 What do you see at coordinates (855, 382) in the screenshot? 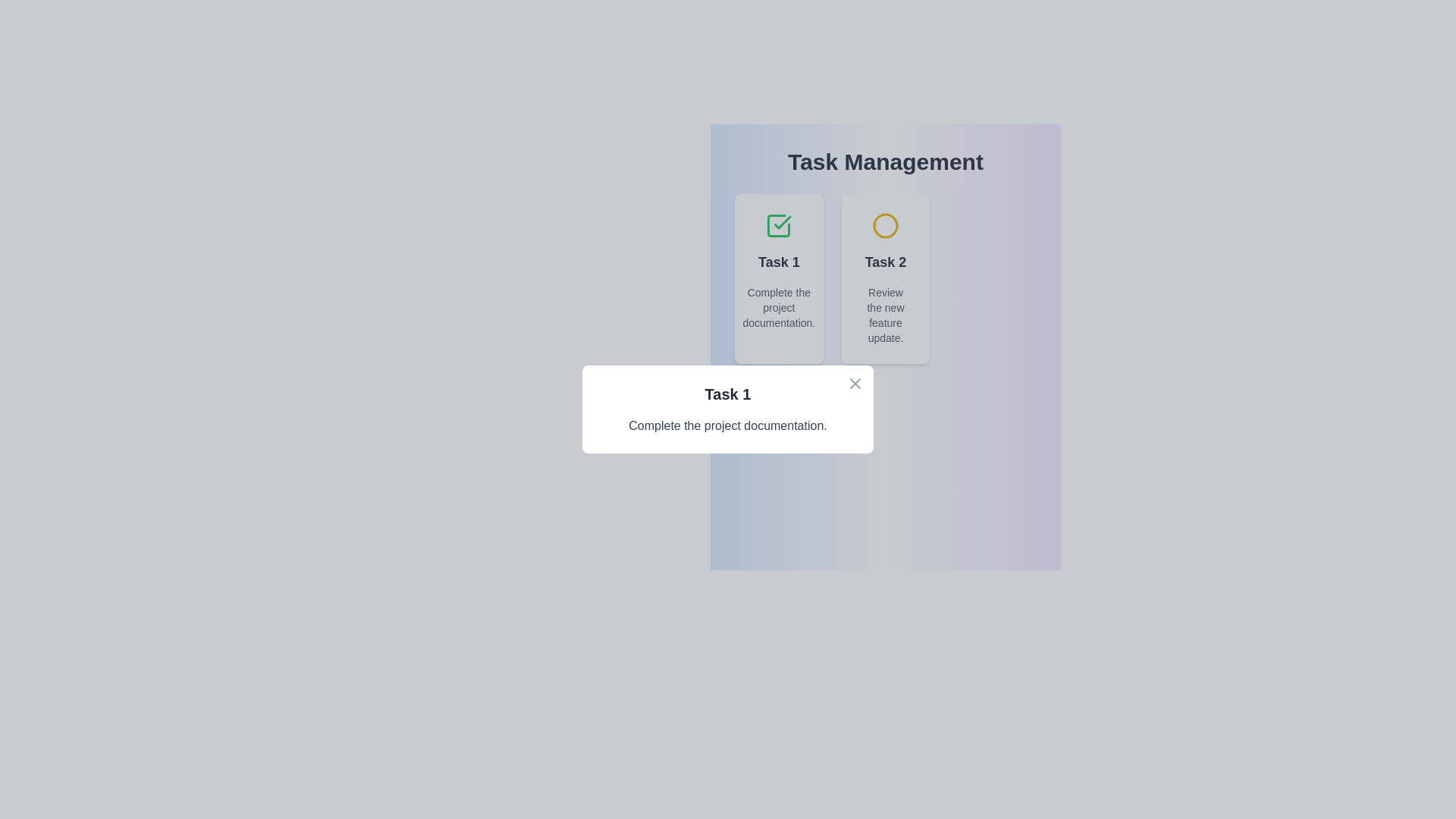
I see `the close button located in the top-right corner of the 'Task 1' panel` at bounding box center [855, 382].